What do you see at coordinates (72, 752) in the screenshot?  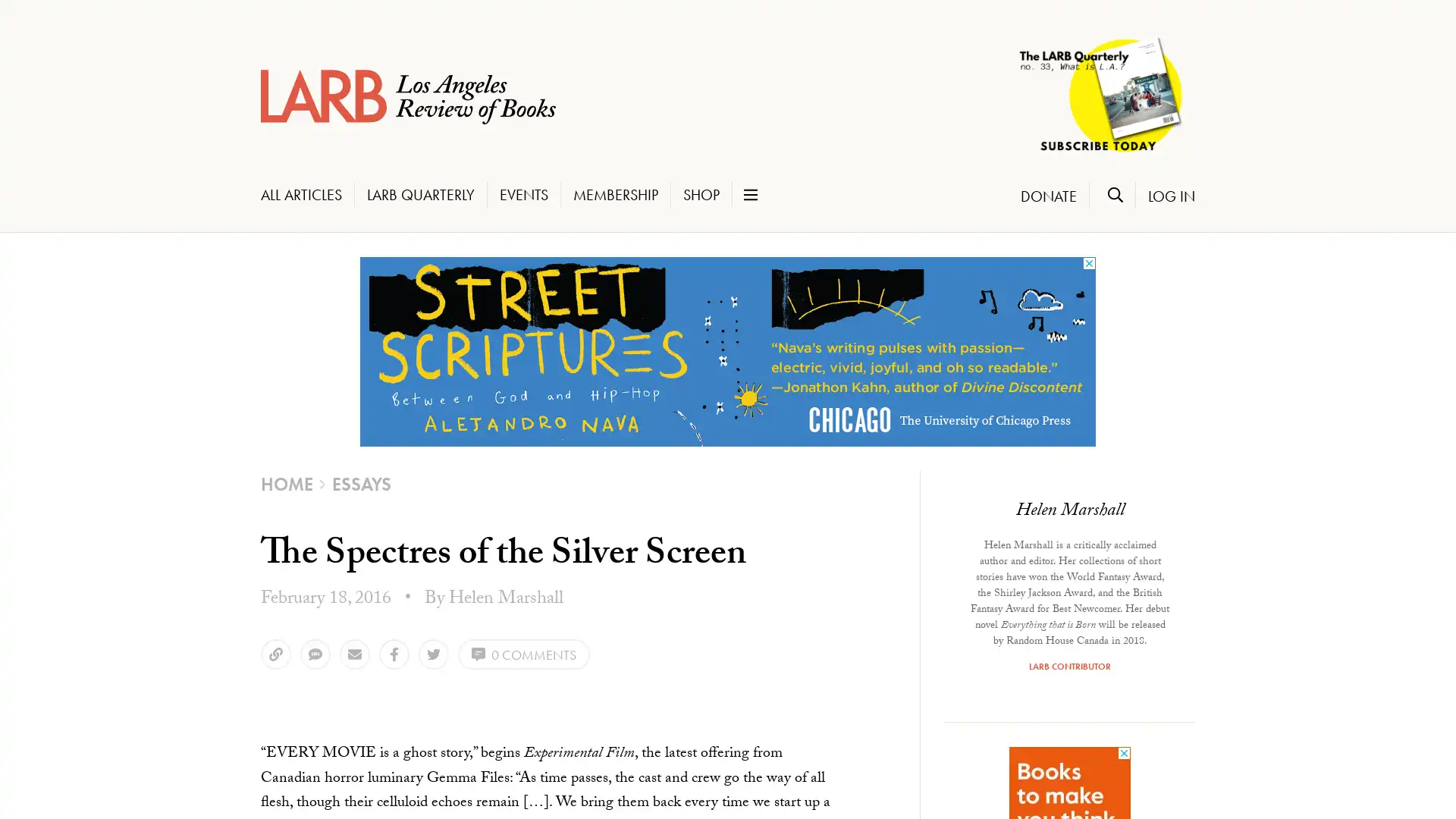 I see `Click Esc To Dismiss` at bounding box center [72, 752].